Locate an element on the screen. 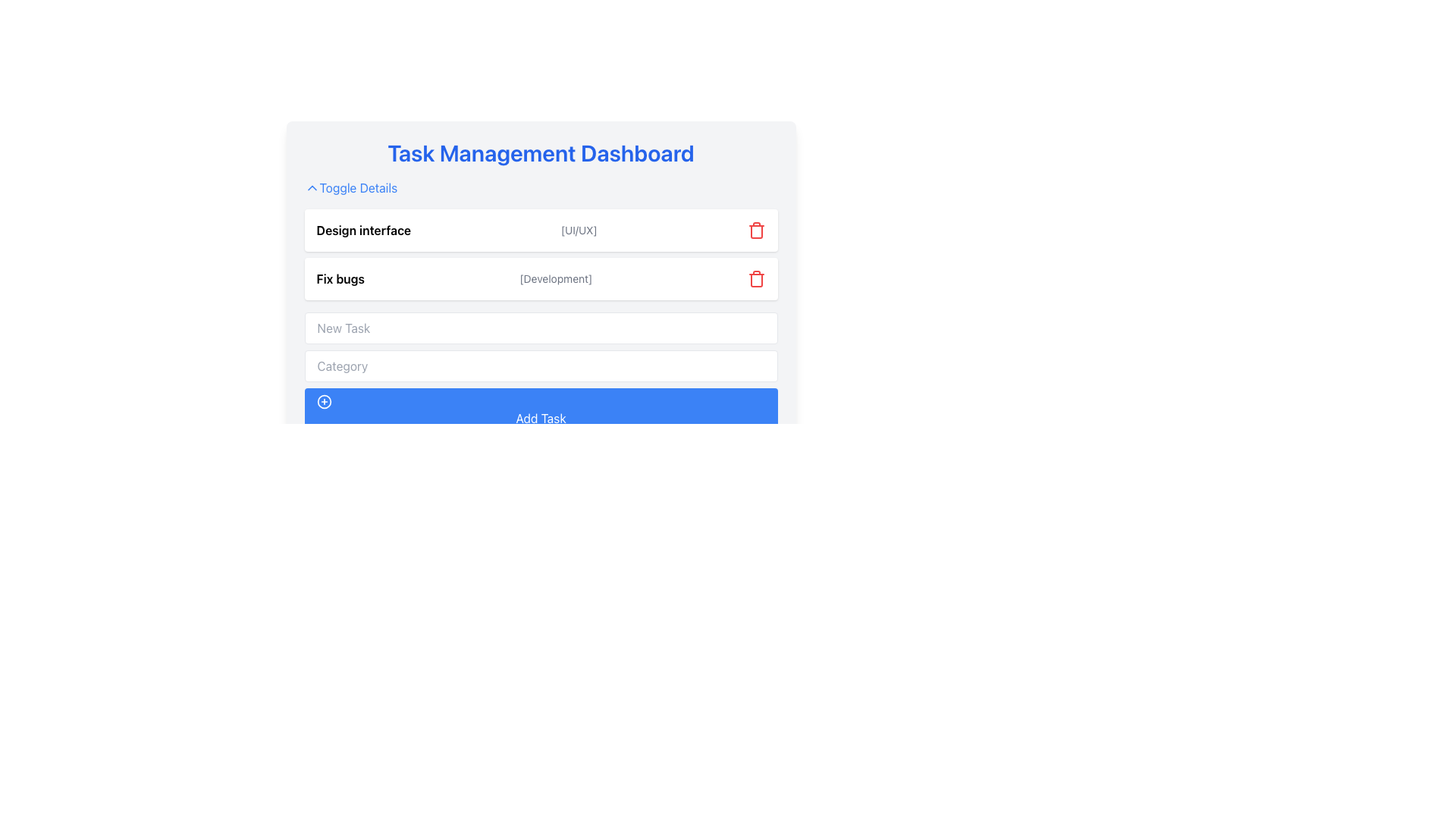  the bold static text displaying 'Fix bugs' within the 'Fix bugs[Development]' section, which serves as the title of the task is located at coordinates (340, 278).